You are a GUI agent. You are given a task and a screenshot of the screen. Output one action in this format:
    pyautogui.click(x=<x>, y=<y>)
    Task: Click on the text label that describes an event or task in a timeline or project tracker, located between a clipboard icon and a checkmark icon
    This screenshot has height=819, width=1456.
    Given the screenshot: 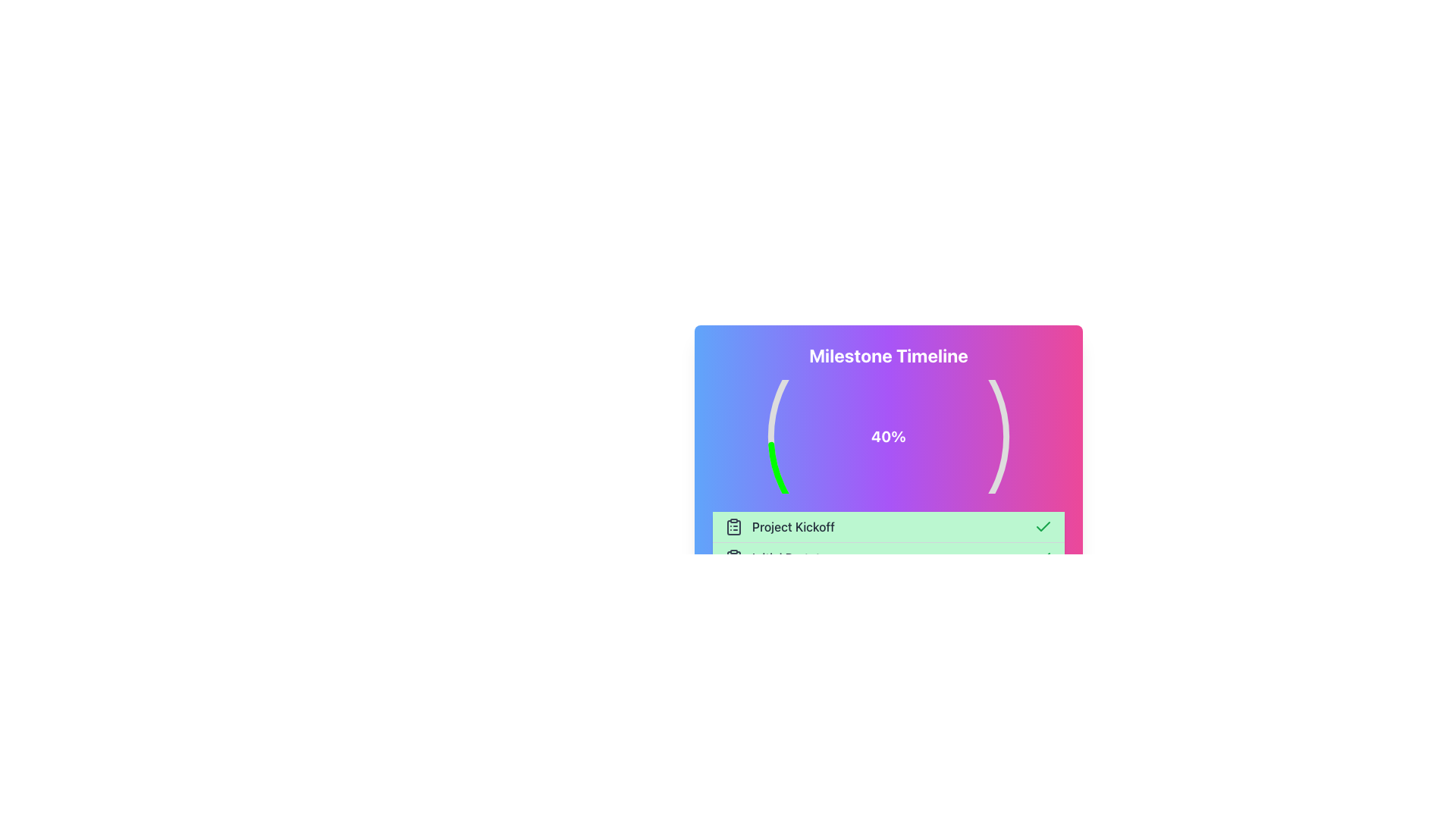 What is the action you would take?
    pyautogui.click(x=792, y=526)
    